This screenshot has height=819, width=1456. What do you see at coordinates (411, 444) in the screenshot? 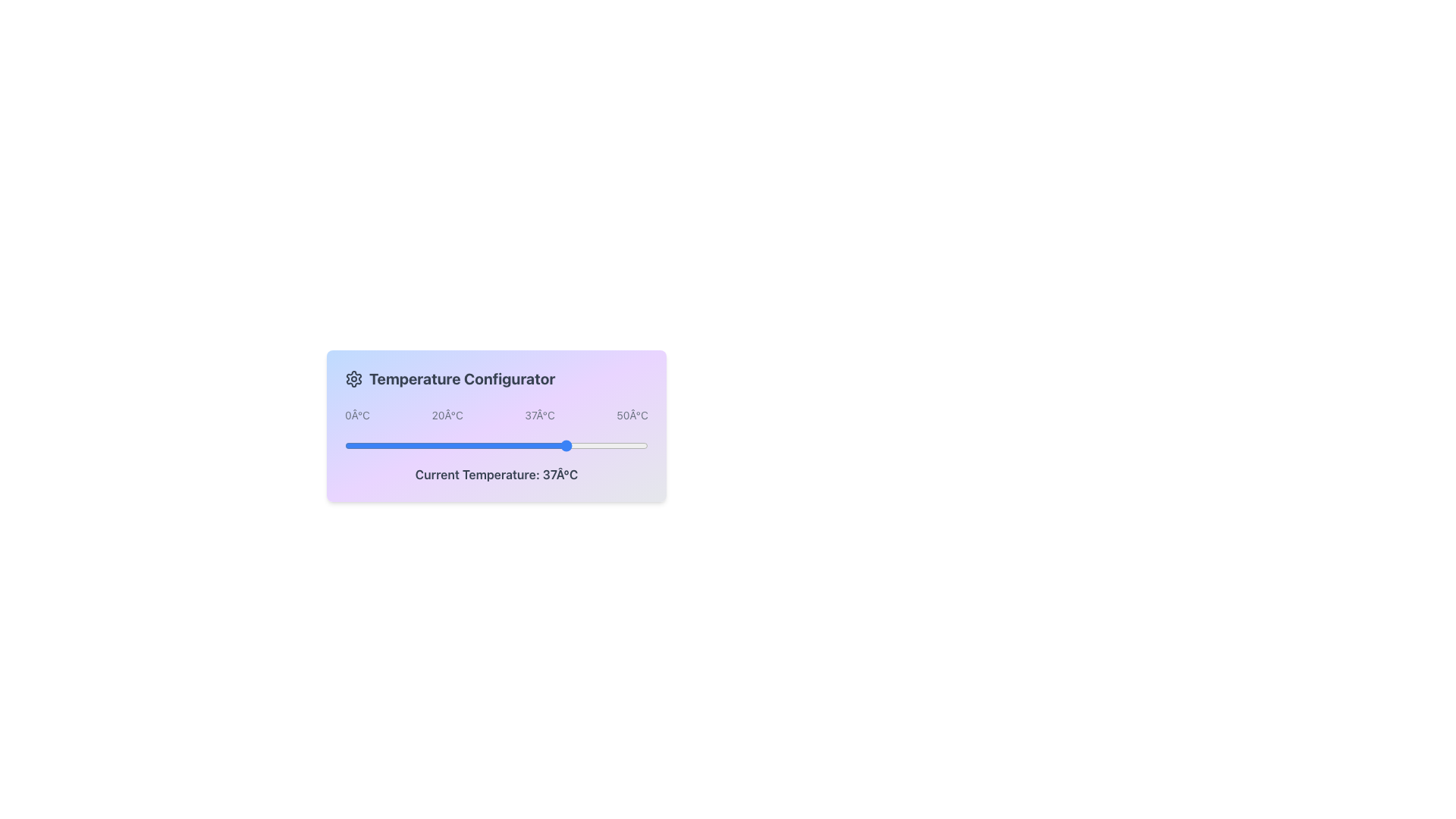
I see `the temperature` at bounding box center [411, 444].